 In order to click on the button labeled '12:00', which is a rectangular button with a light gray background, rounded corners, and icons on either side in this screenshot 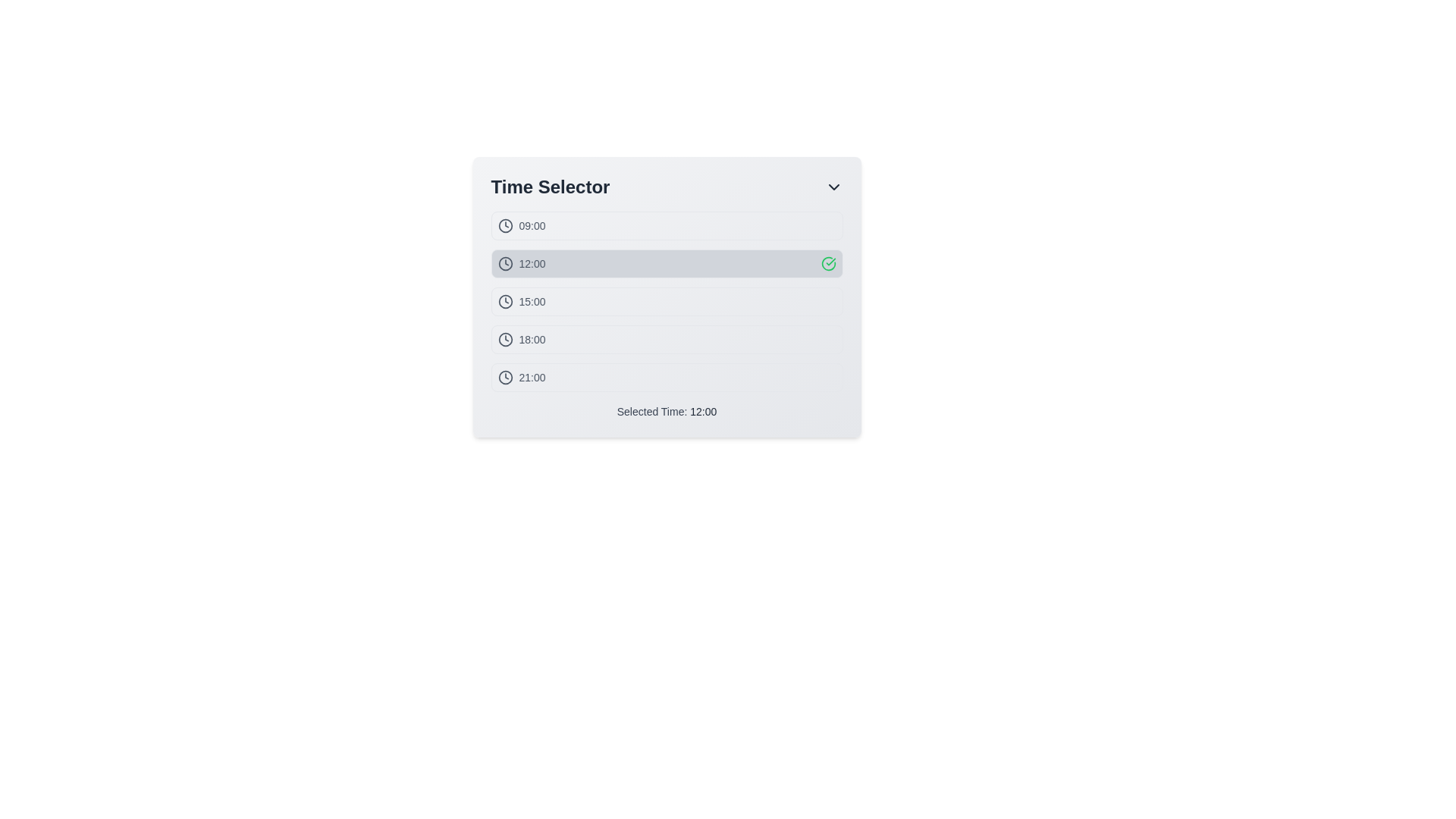, I will do `click(667, 262)`.